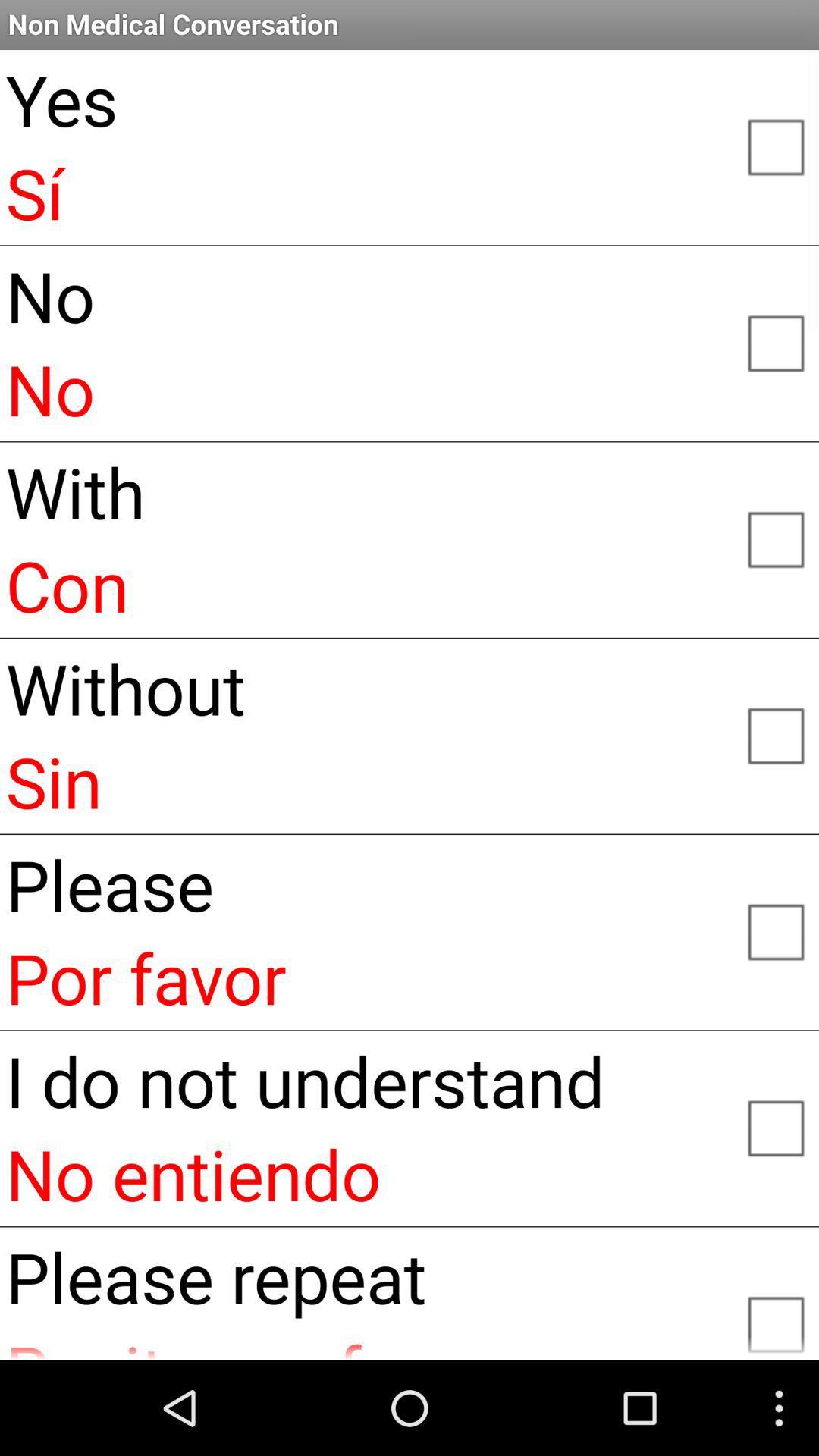 This screenshot has width=819, height=1456. I want to click on mark done, so click(775, 930).